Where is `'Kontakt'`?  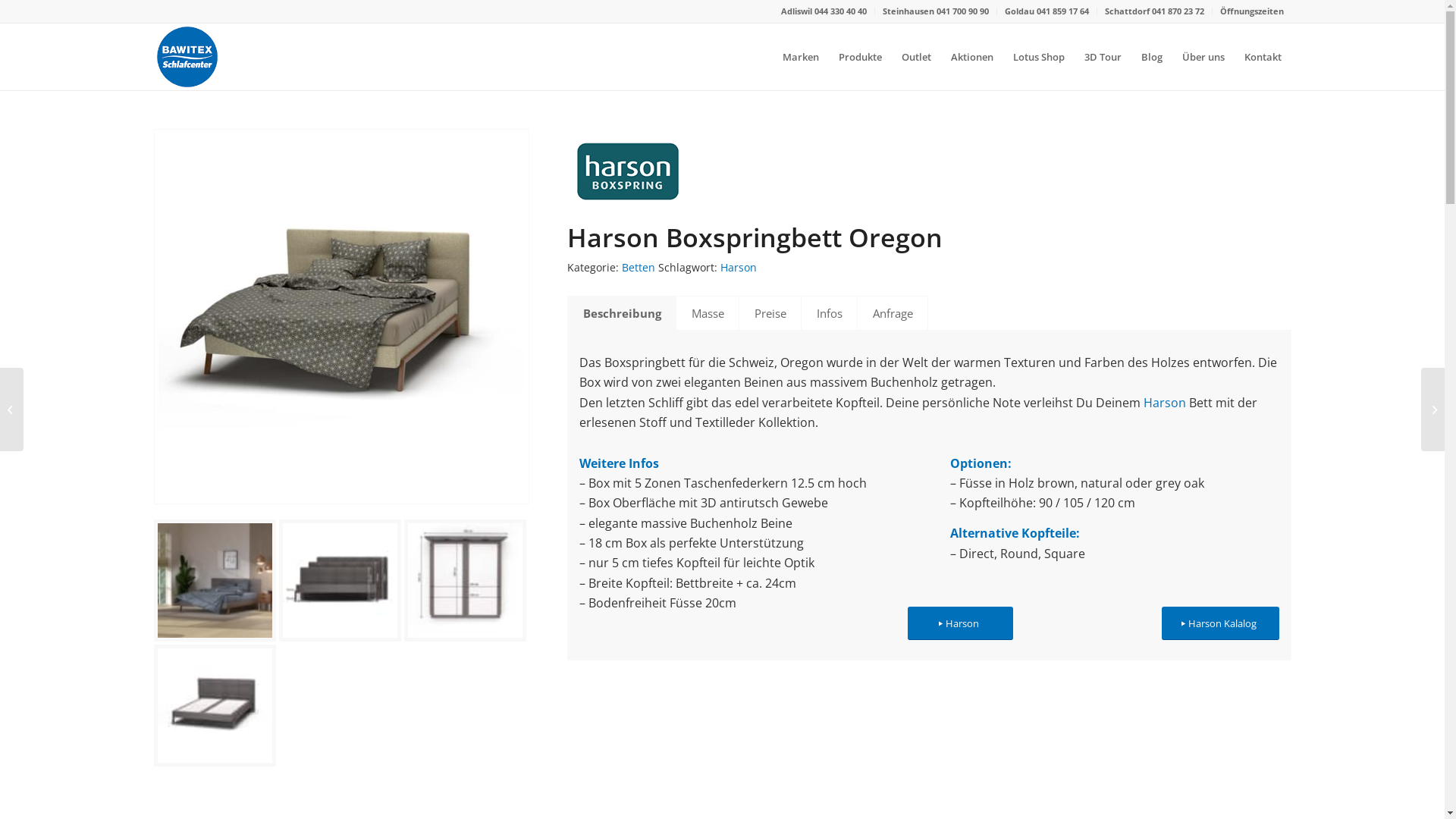 'Kontakt' is located at coordinates (1234, 55).